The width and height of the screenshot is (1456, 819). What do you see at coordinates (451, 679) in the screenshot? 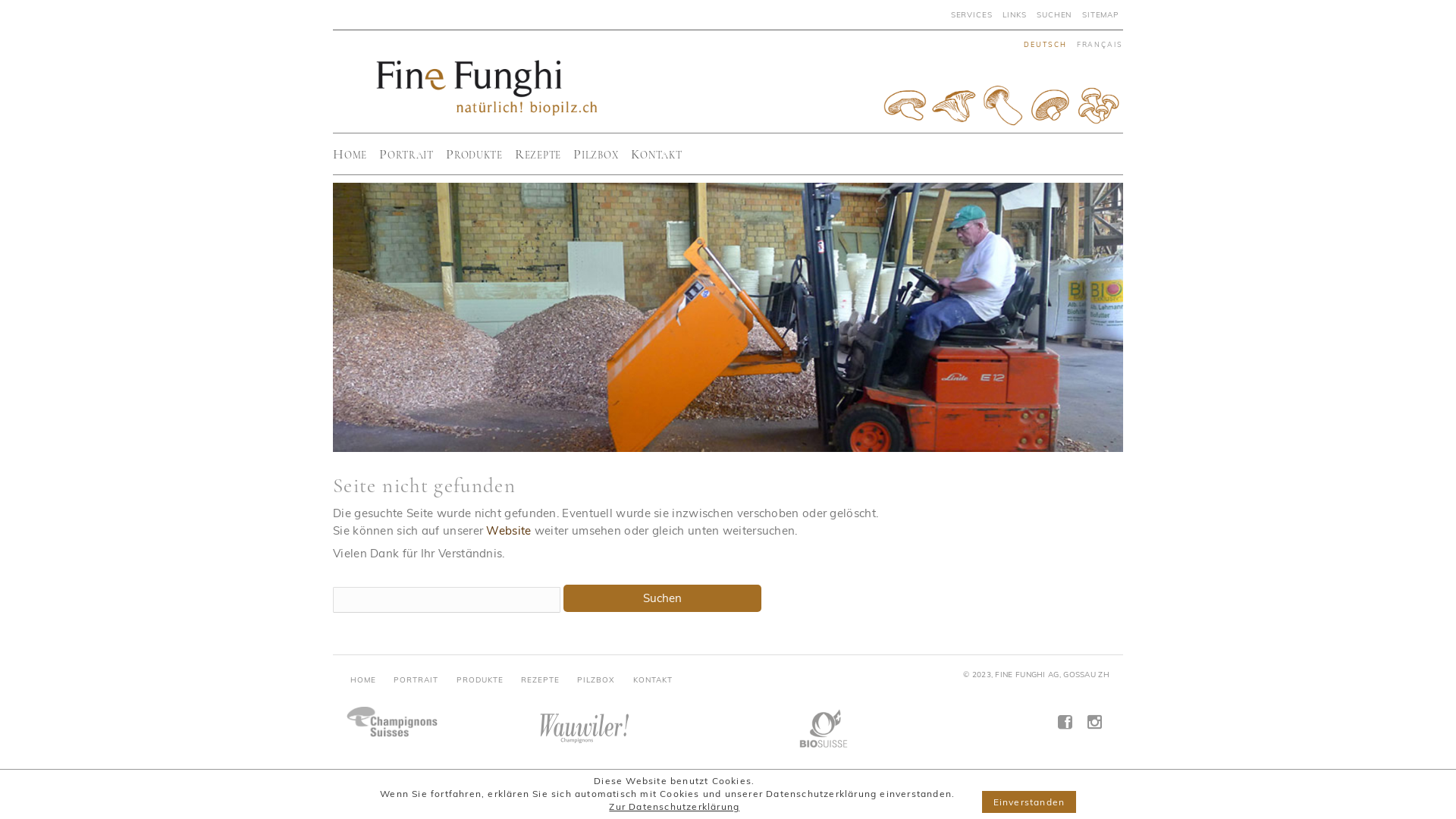
I see `'PRODUKTE'` at bounding box center [451, 679].